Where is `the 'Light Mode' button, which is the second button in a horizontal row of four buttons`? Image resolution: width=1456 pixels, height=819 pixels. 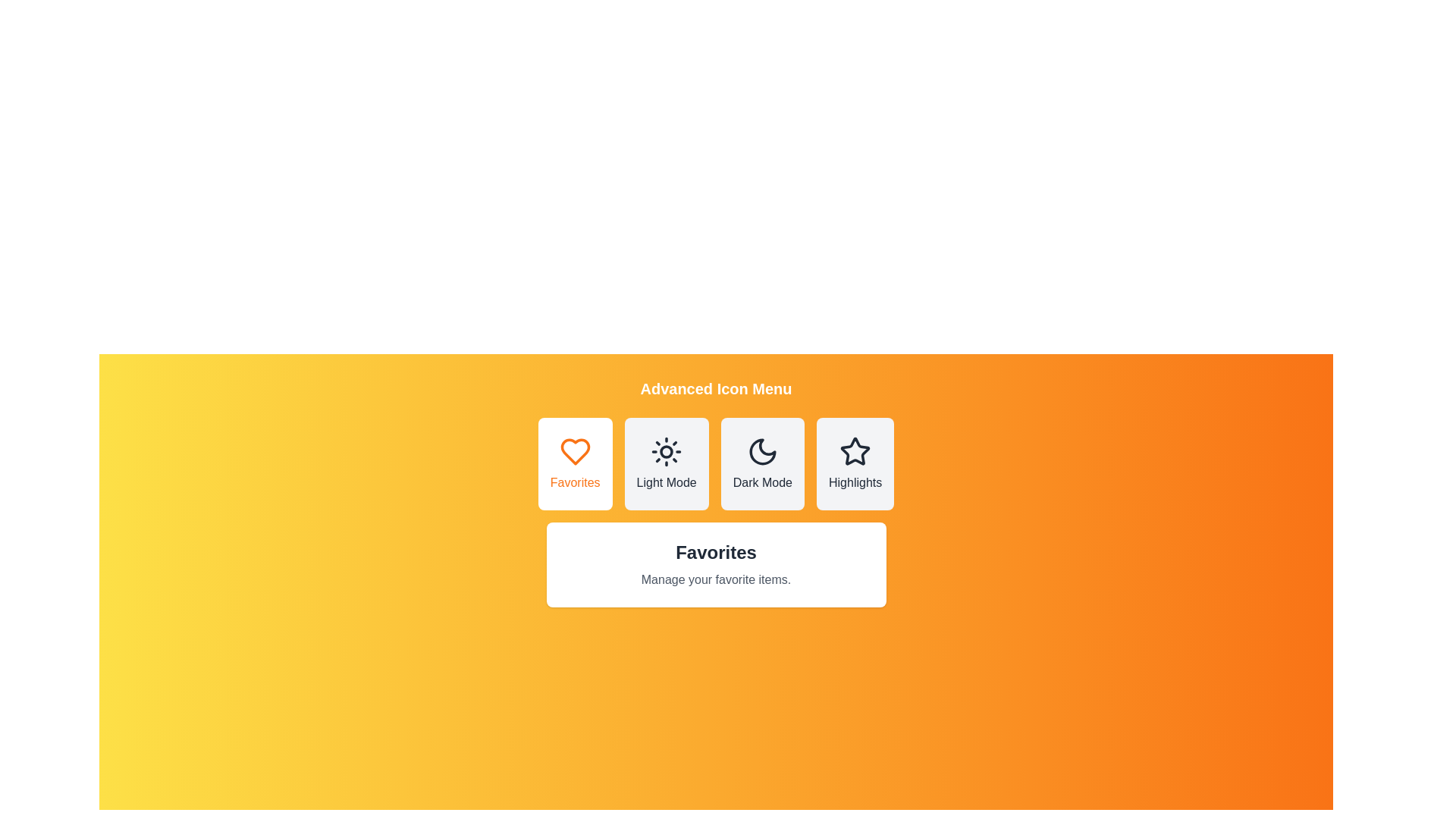
the 'Light Mode' button, which is the second button in a horizontal row of four buttons is located at coordinates (667, 463).